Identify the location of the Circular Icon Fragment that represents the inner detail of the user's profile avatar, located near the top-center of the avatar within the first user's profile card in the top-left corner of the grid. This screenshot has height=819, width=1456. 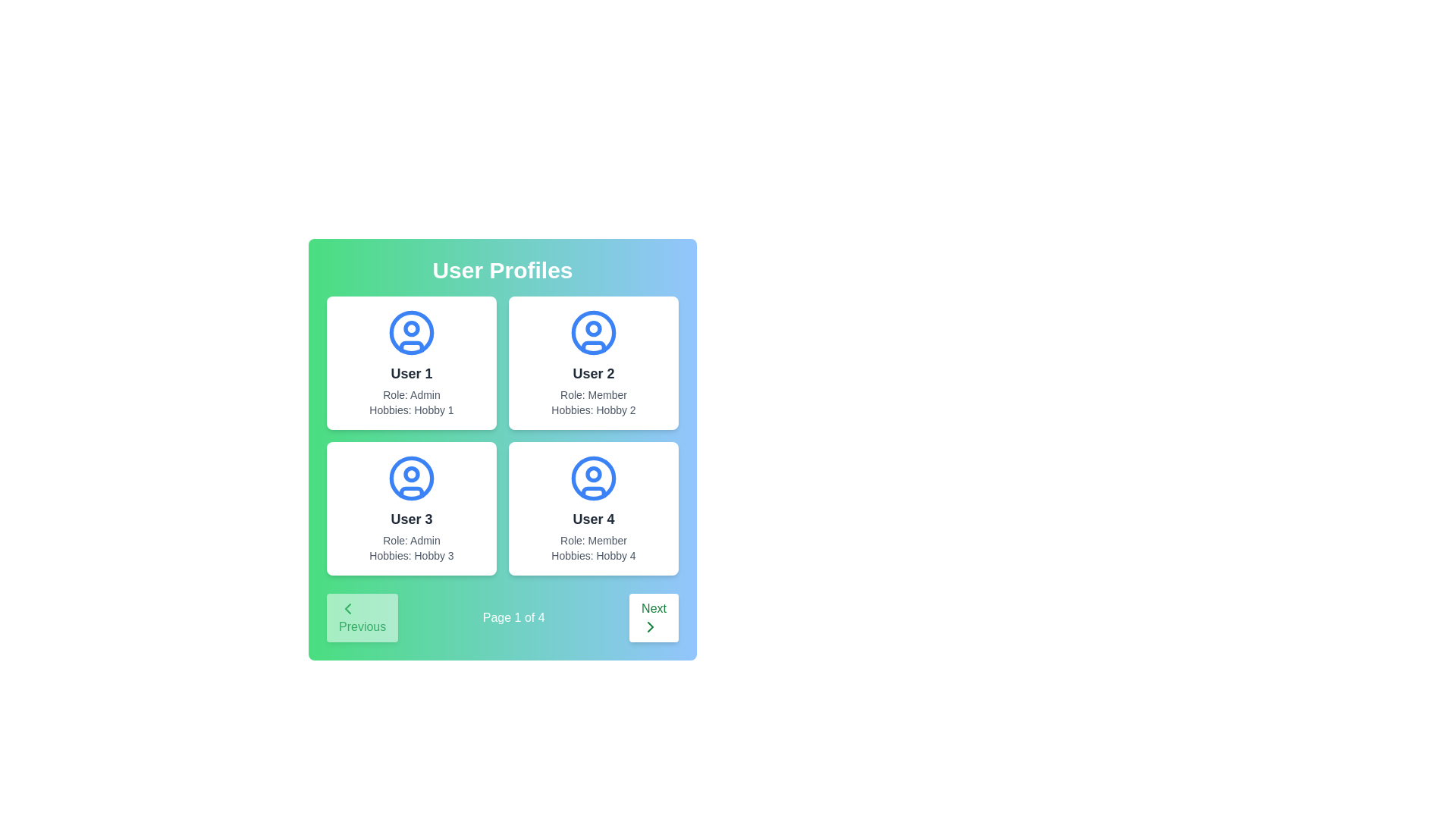
(411, 327).